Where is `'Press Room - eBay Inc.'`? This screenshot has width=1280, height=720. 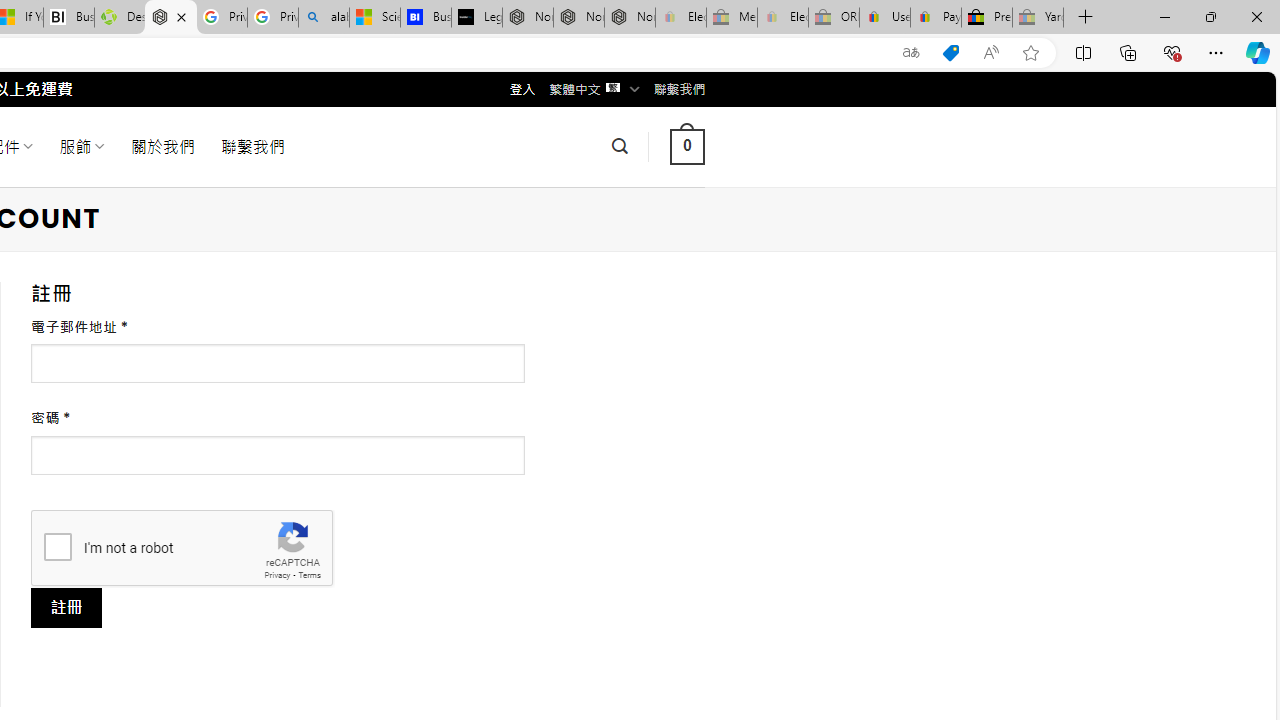 'Press Room - eBay Inc.' is located at coordinates (987, 17).